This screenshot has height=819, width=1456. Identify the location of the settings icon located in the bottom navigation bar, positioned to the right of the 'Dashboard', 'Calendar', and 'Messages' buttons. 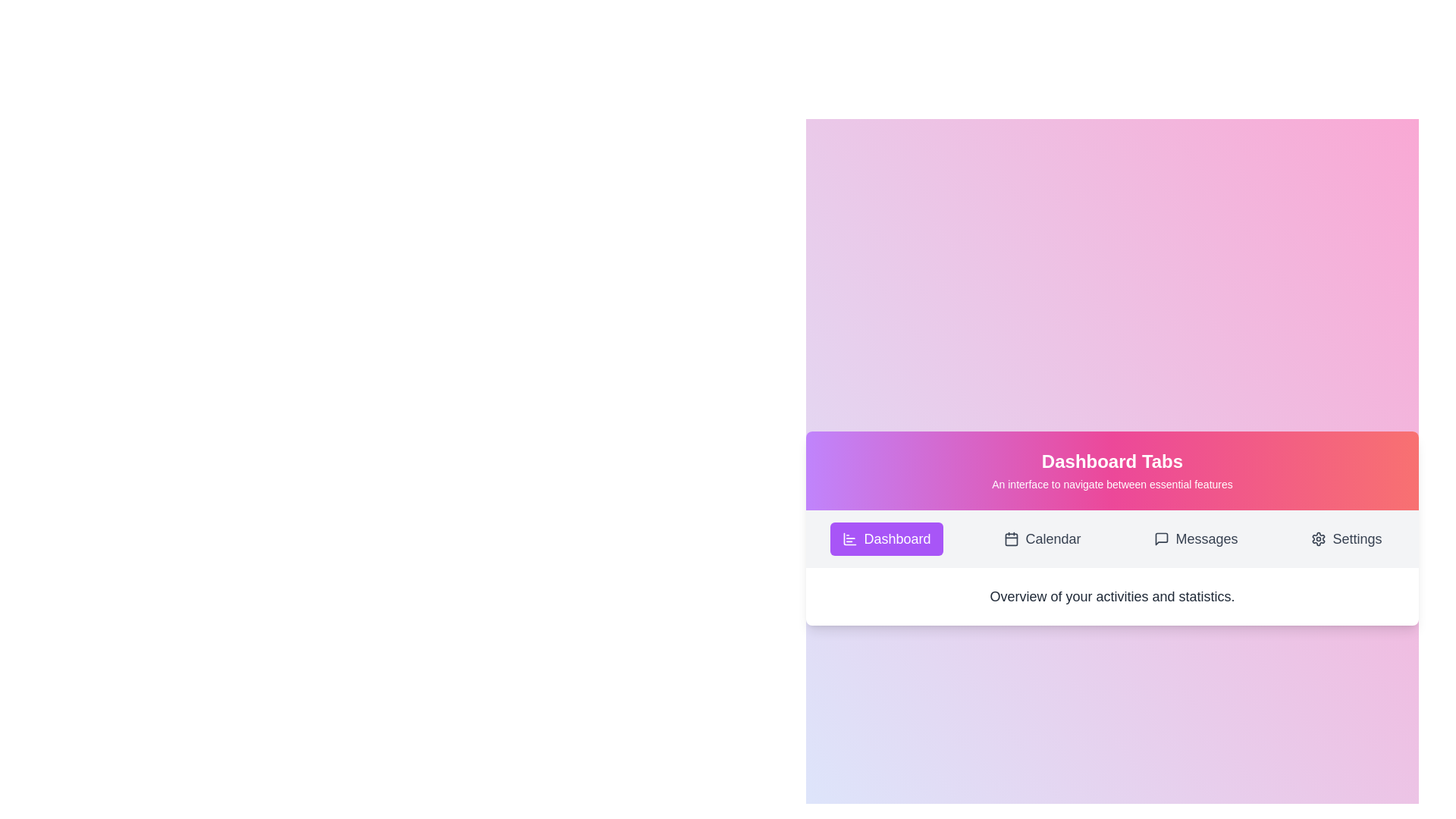
(1318, 538).